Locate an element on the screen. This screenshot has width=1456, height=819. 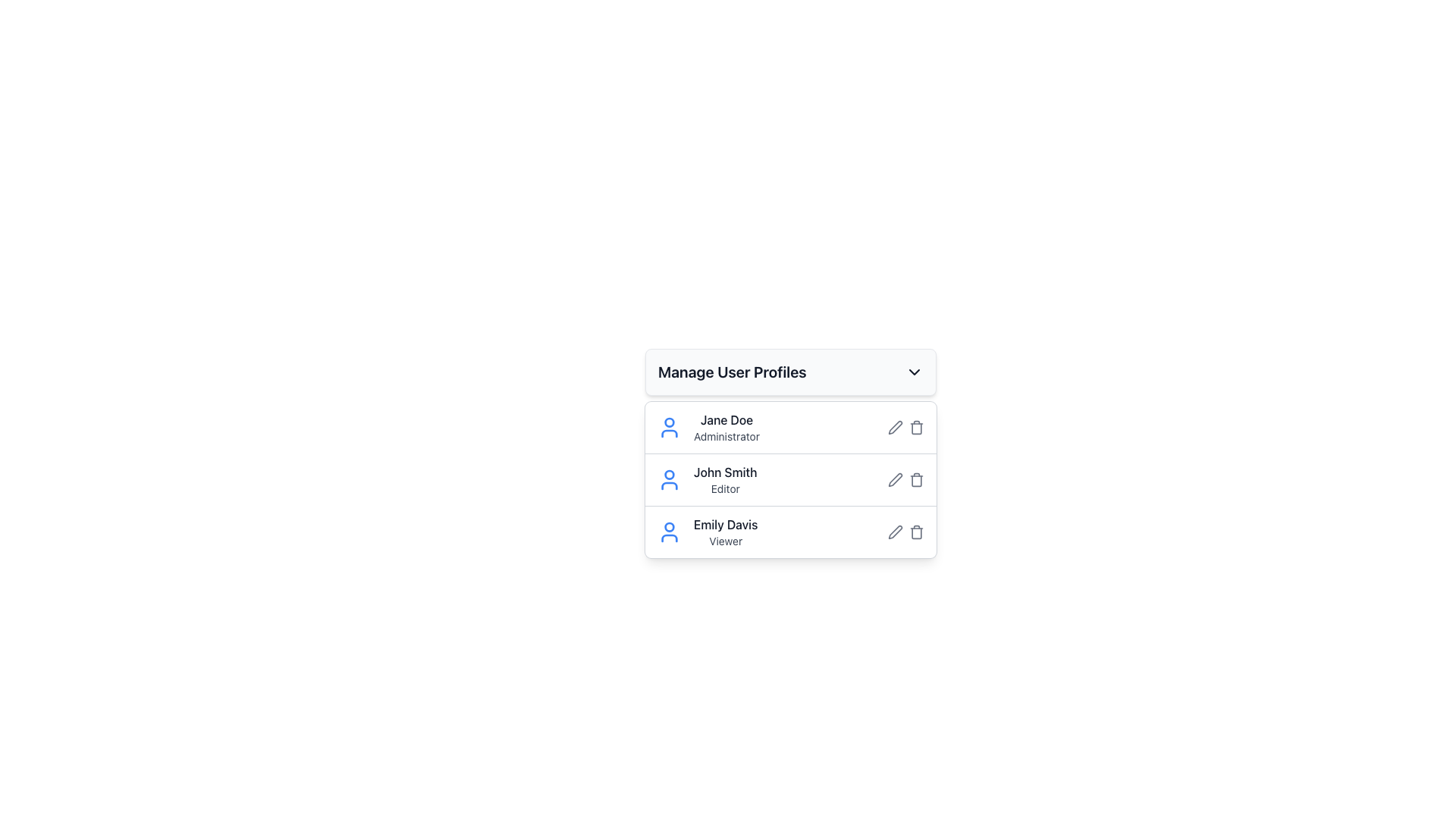
the trash bin icon located at the far right of the user action row for 'John Smith' is located at coordinates (916, 479).